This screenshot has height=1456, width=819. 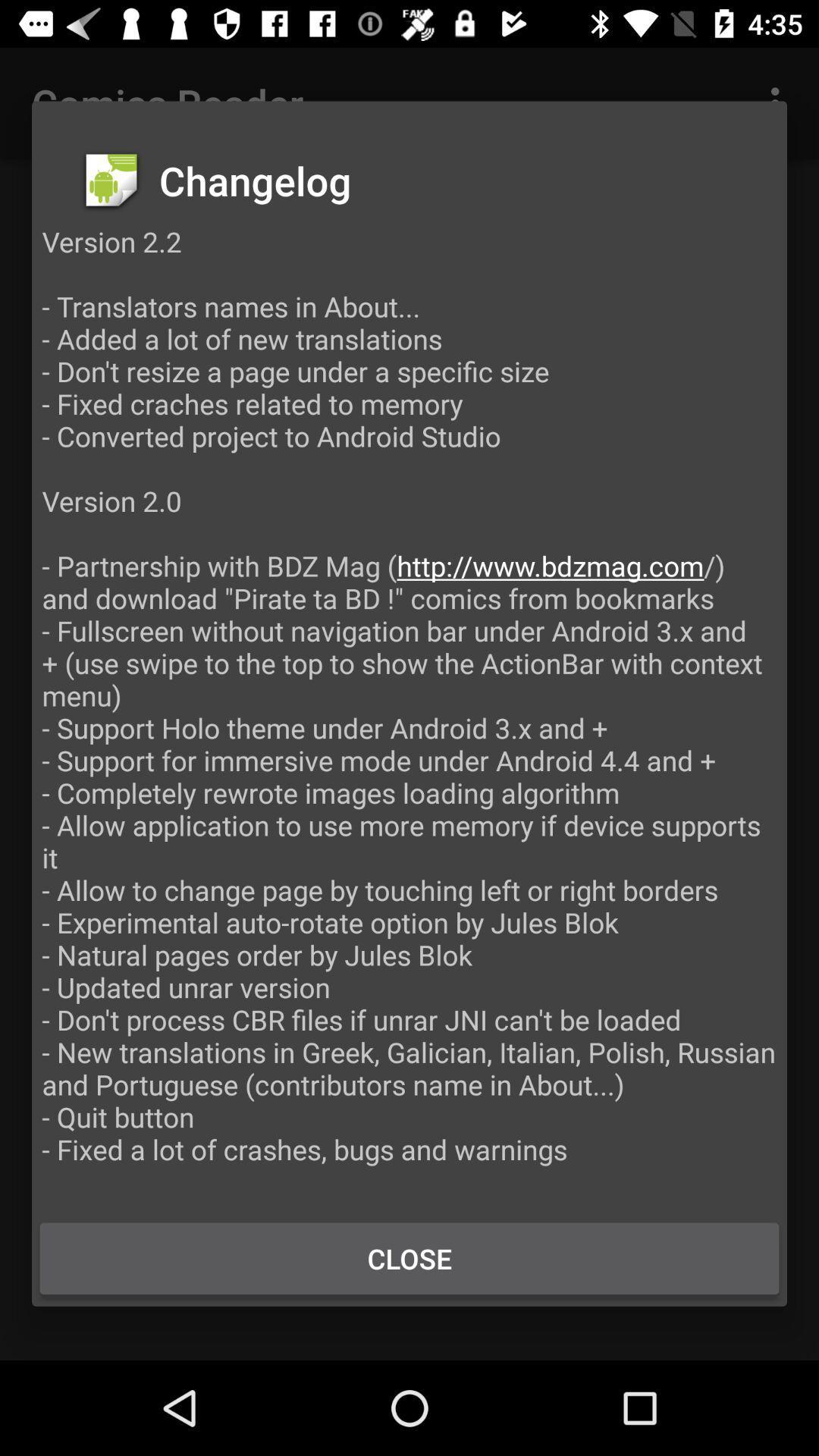 What do you see at coordinates (409, 711) in the screenshot?
I see `the version 2 2 at the center` at bounding box center [409, 711].